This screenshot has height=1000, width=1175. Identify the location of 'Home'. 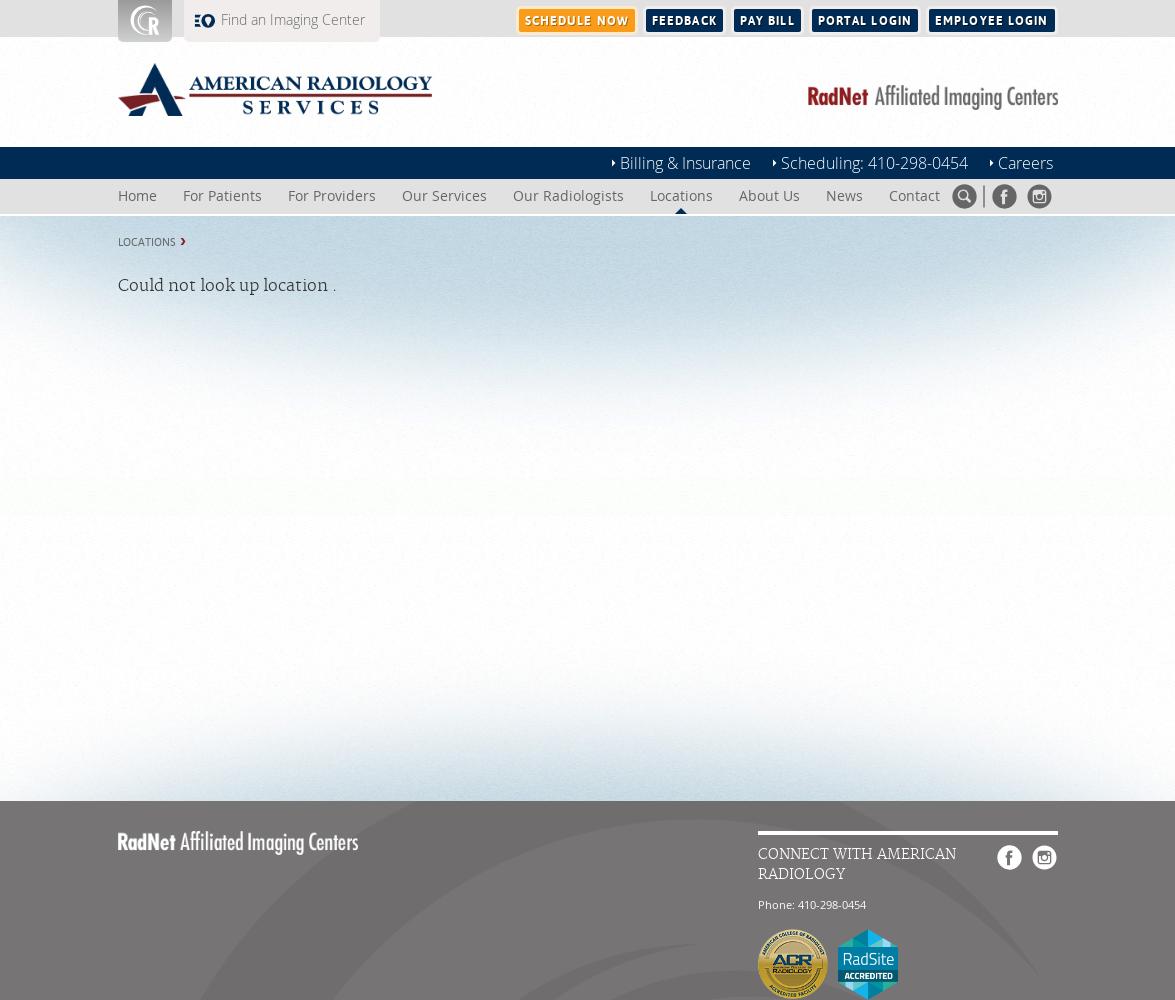
(136, 195).